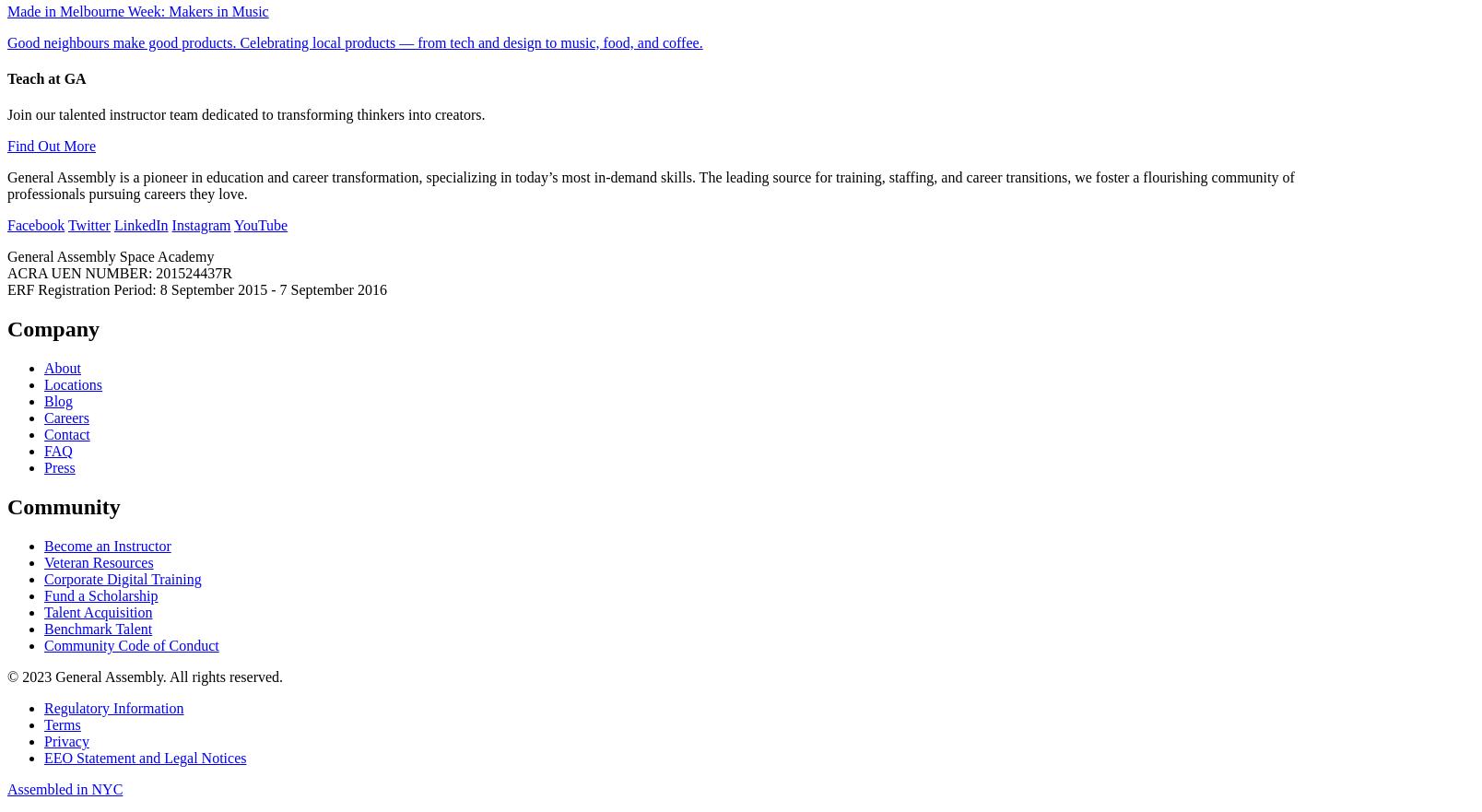 The width and height of the screenshot is (1482, 812). I want to click on 'Fund a Scholarship', so click(100, 595).